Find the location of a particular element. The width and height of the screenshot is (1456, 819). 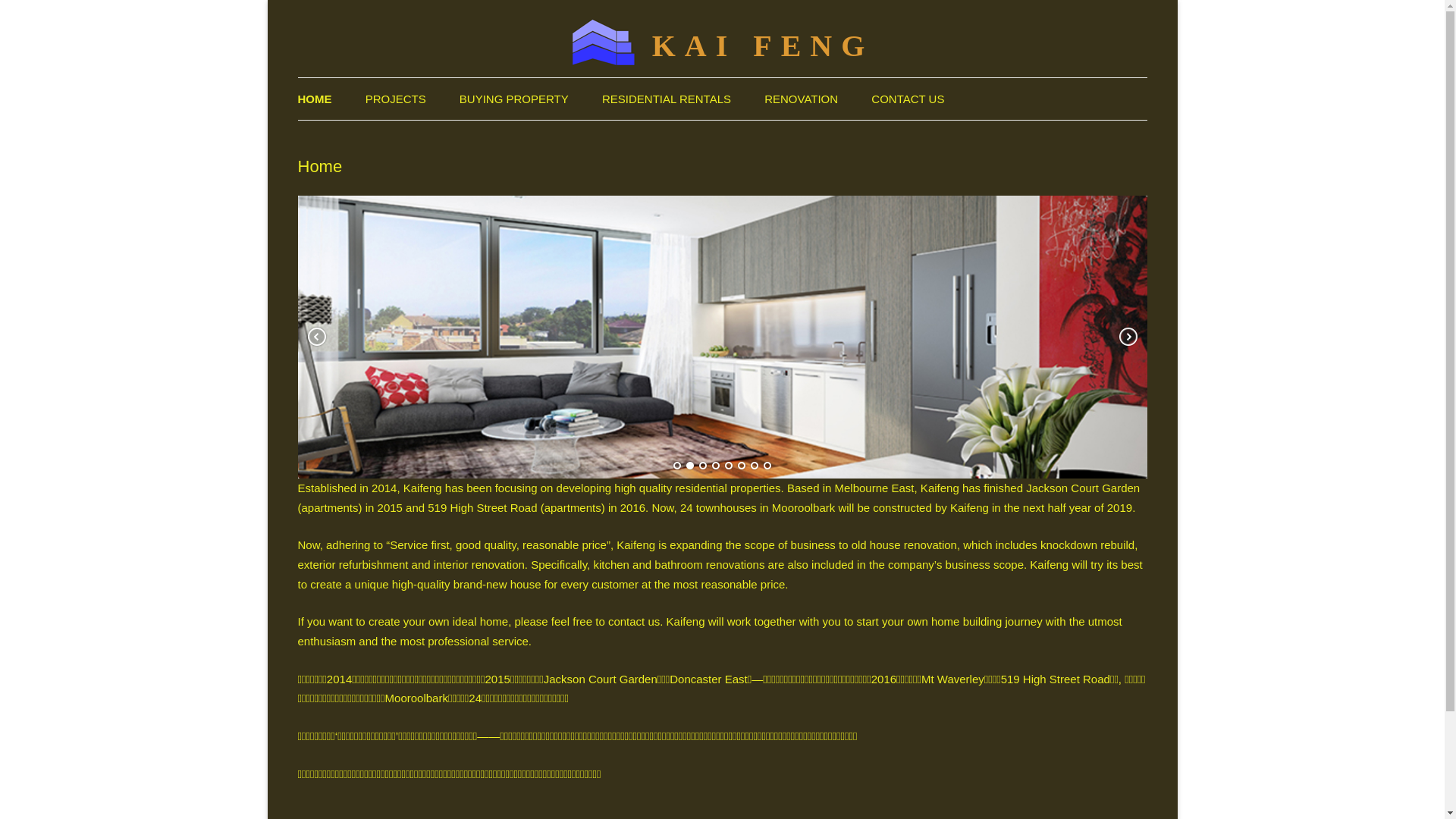

'RENOVATION' is located at coordinates (800, 99).